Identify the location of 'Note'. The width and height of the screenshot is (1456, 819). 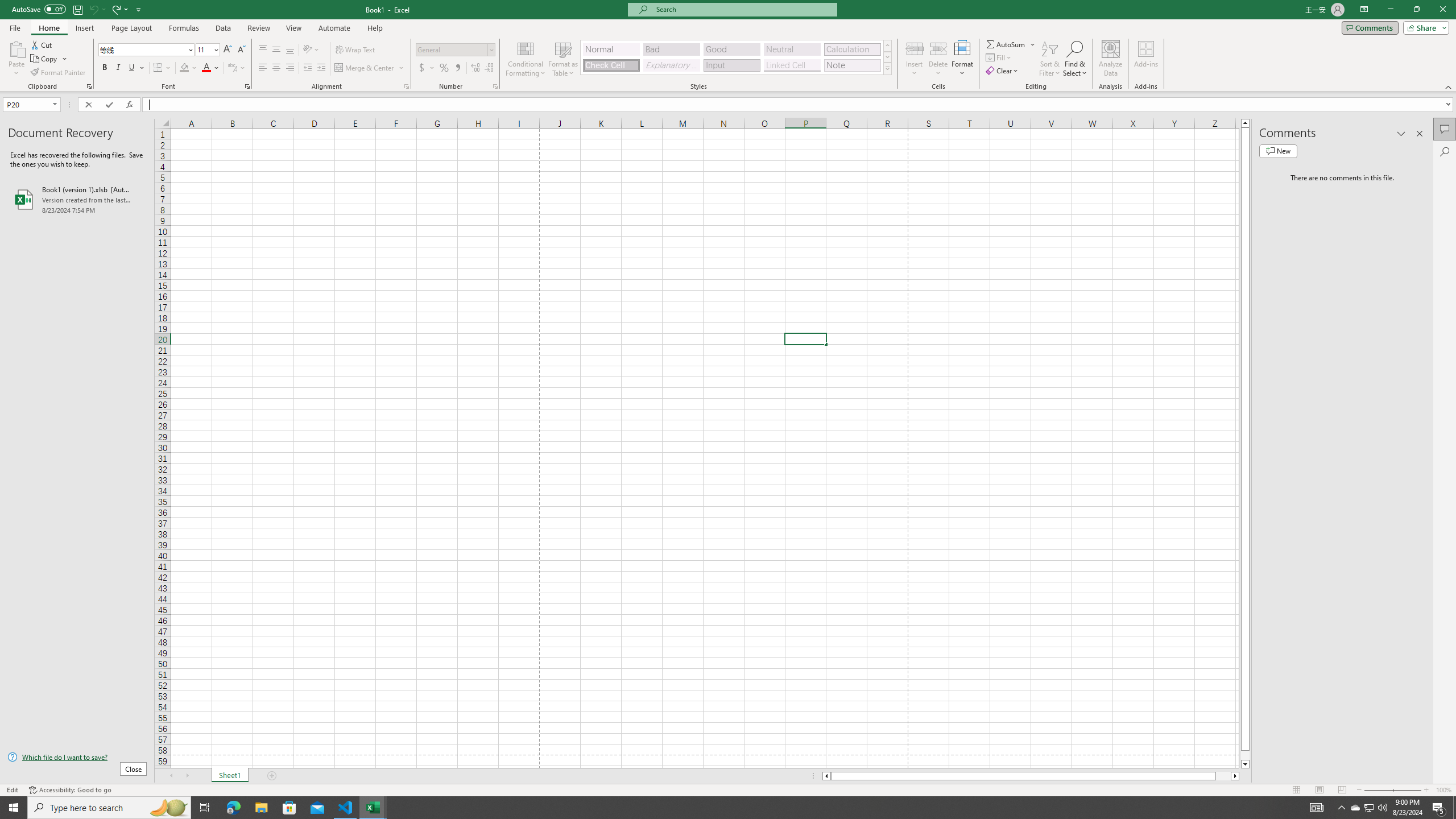
(851, 65).